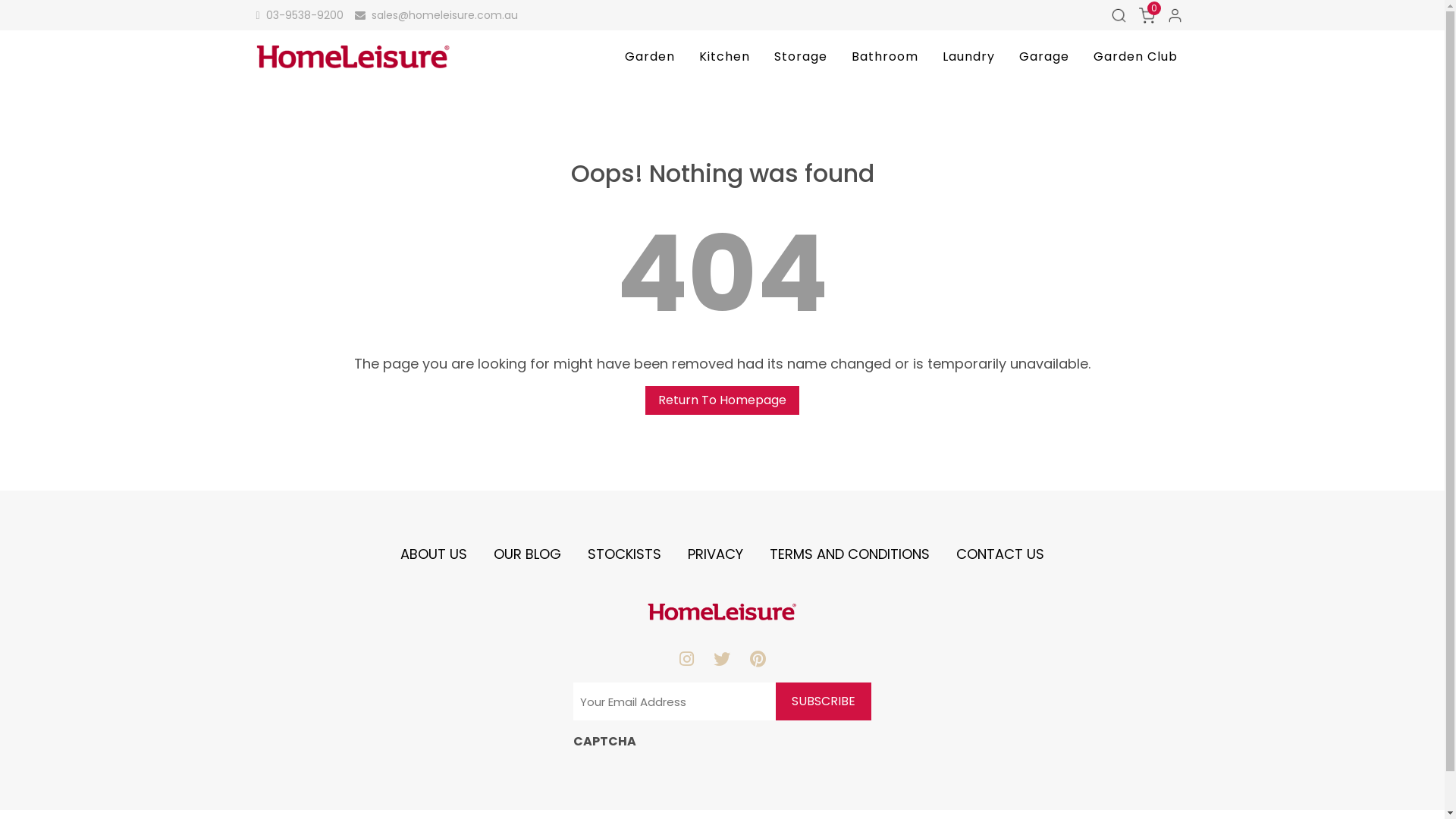  I want to click on 'TERMS AND CONDITIONS', so click(769, 554).